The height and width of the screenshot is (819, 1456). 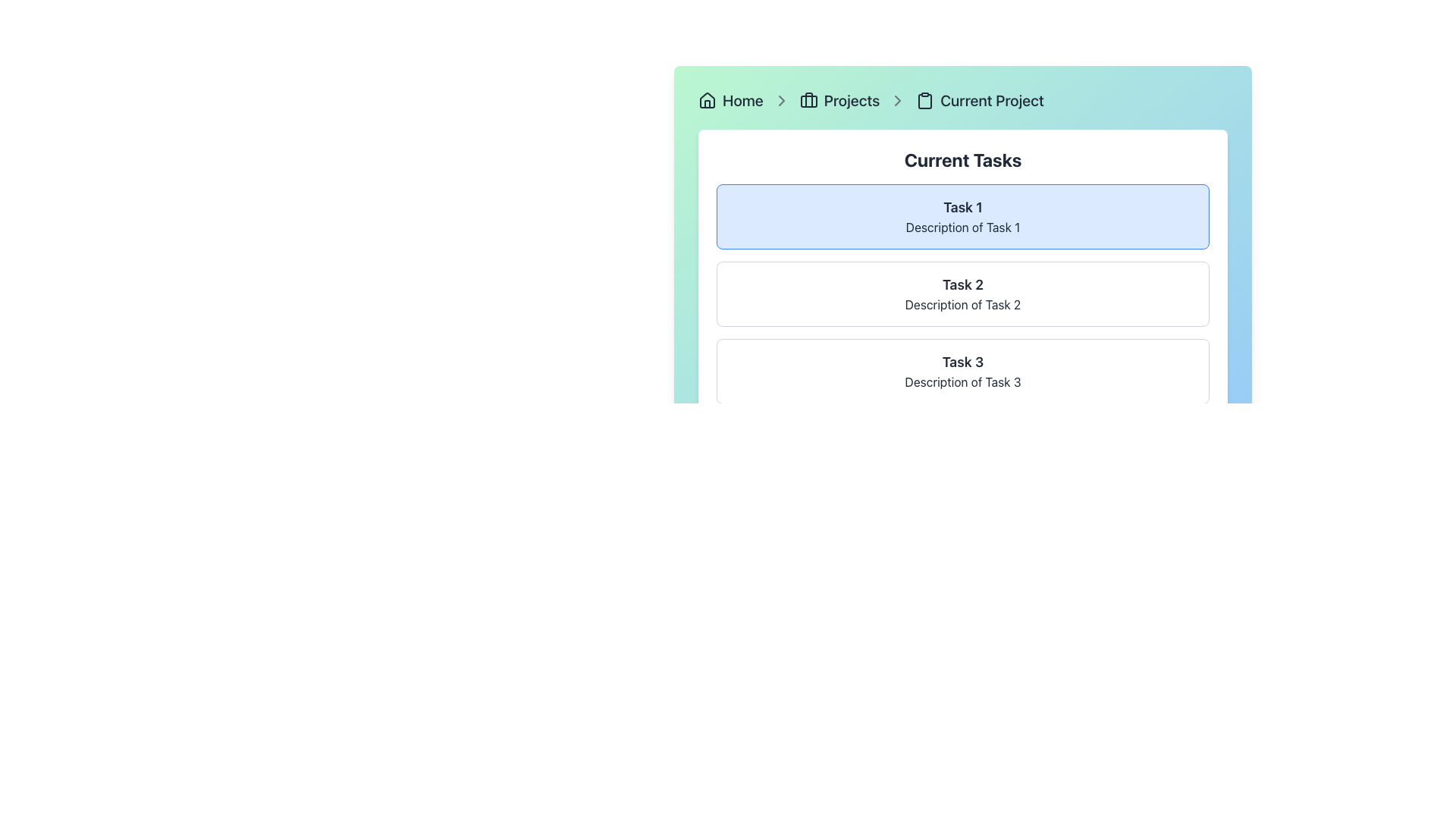 I want to click on any segment of the Breadcrumb bar, so click(x=962, y=100).